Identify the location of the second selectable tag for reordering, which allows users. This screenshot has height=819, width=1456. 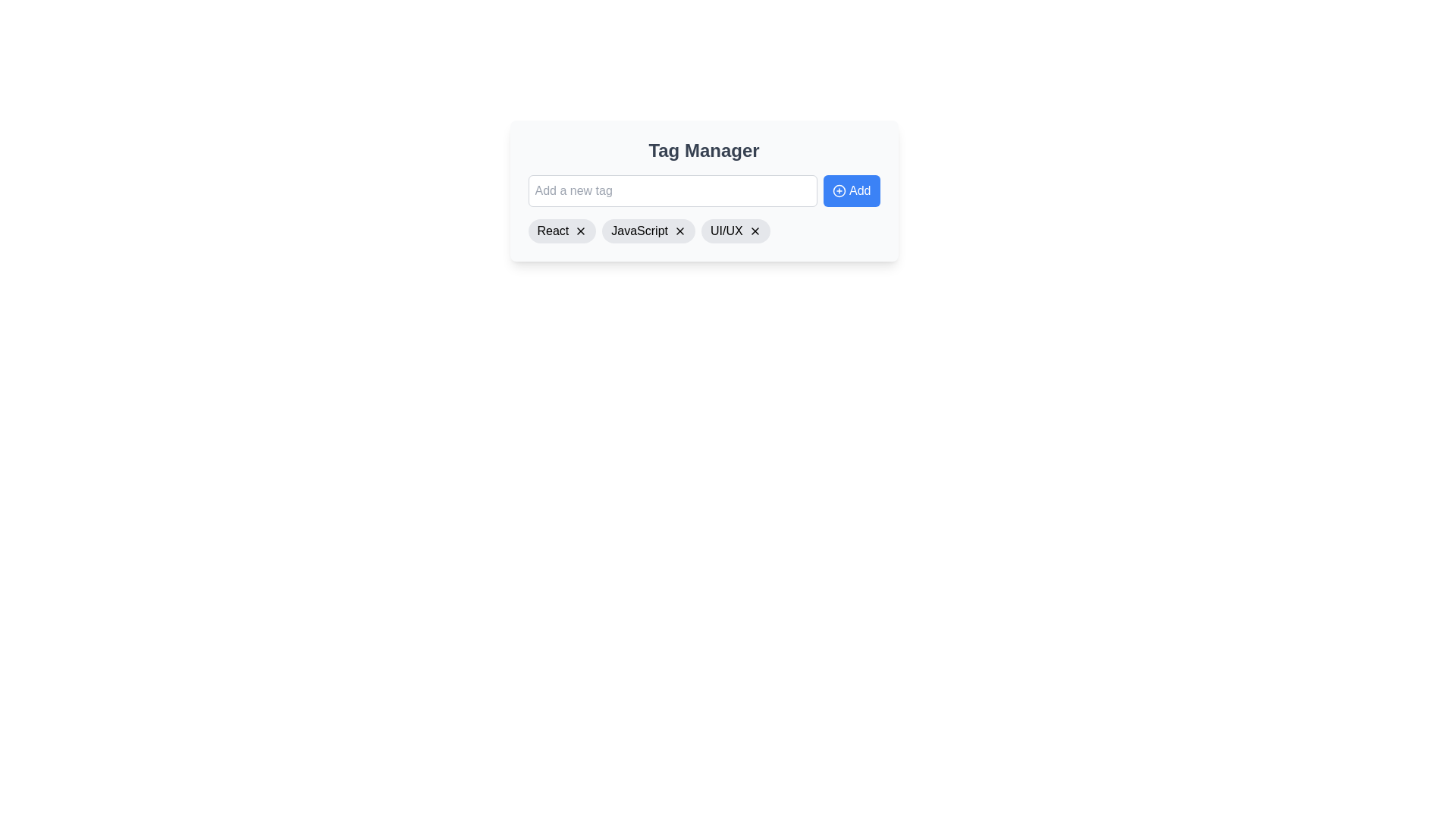
(648, 231).